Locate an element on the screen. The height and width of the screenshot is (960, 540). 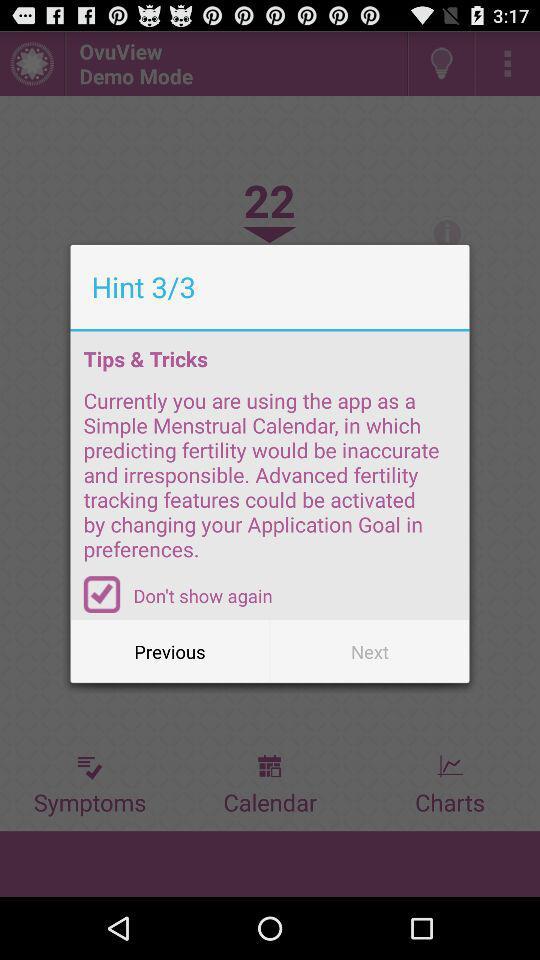
the icon next to next item is located at coordinates (170, 650).